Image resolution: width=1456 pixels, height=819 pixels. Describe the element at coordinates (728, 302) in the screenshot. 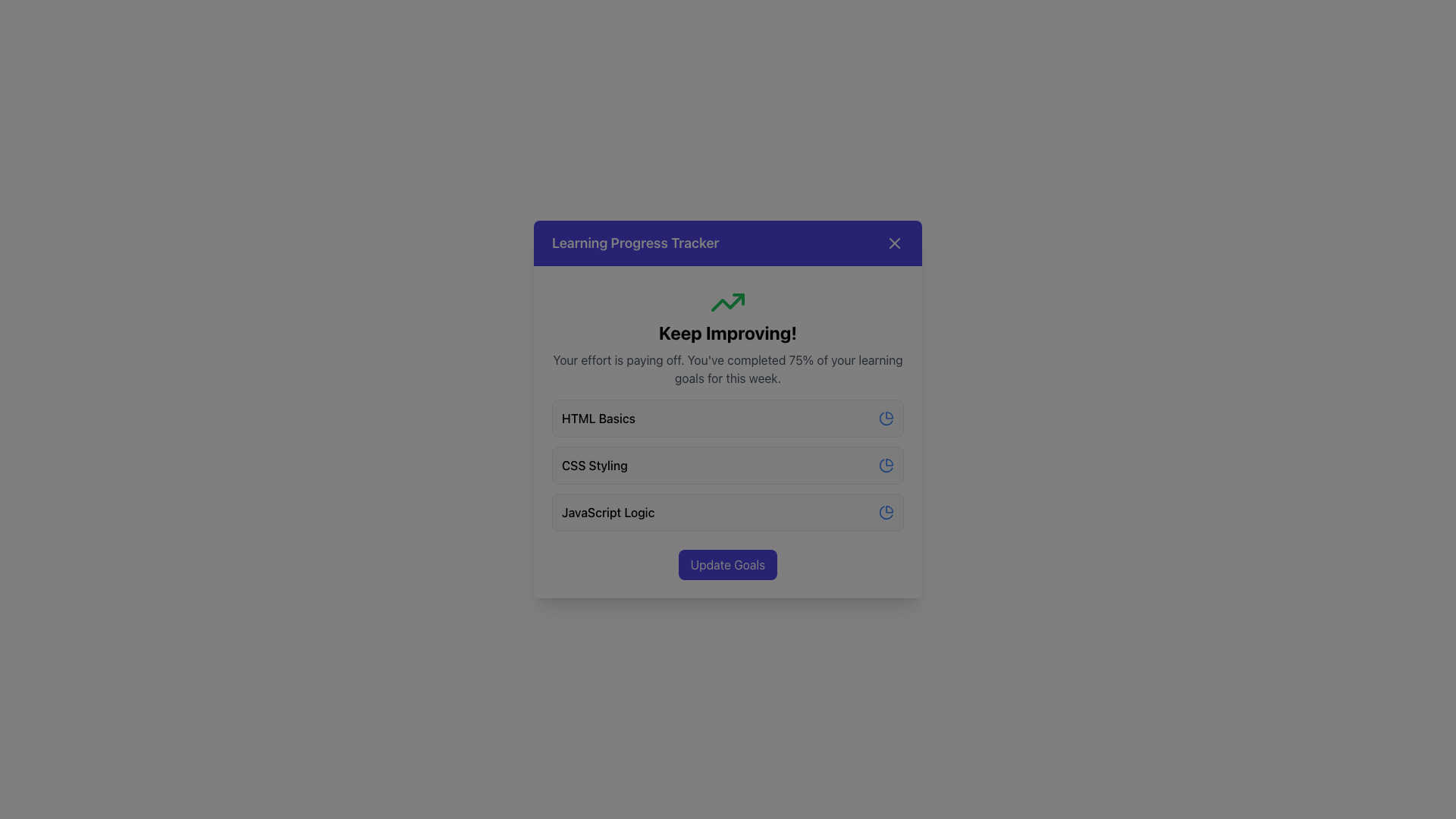

I see `the positive progress icon located above the text 'Keep Improving!' and below the title 'Learning Progress Tracker'. It serves as a visual indicator for success or progress and does not require user interaction` at that location.